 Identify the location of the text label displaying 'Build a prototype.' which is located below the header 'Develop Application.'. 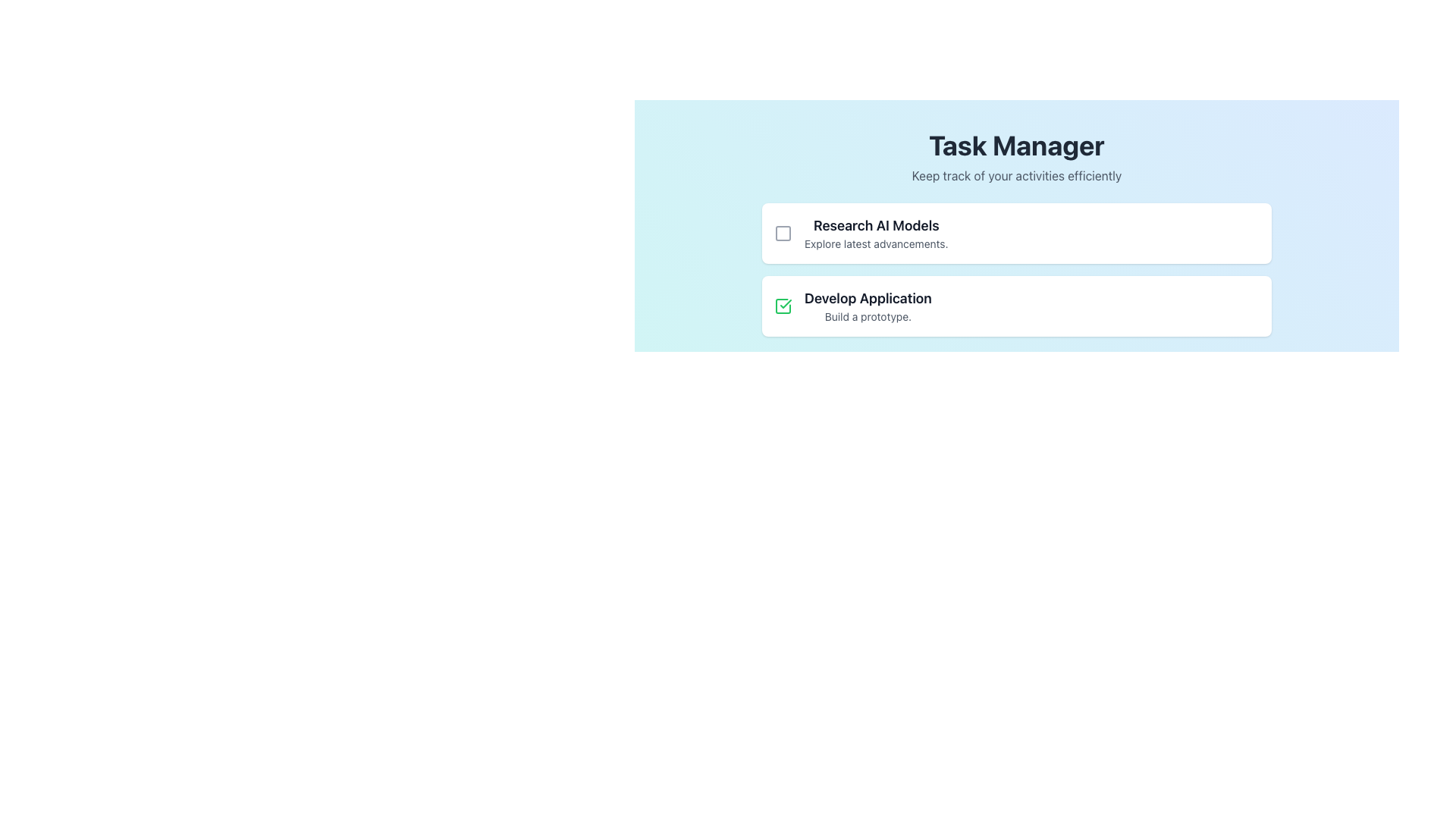
(868, 315).